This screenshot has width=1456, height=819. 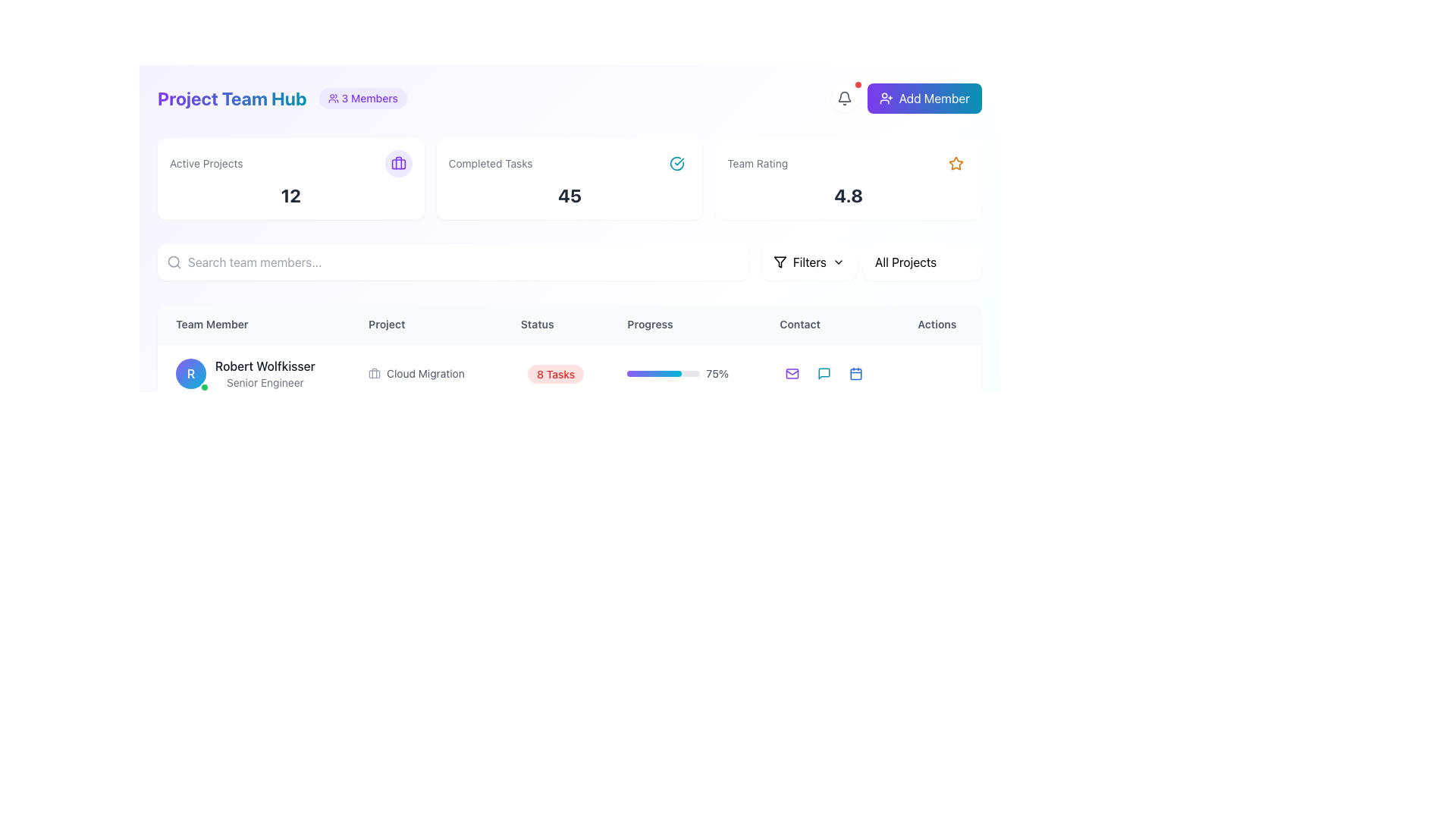 What do you see at coordinates (921, 262) in the screenshot?
I see `the third button in the row next to the 'Filters' button to interact with it for filtering project-related data` at bounding box center [921, 262].